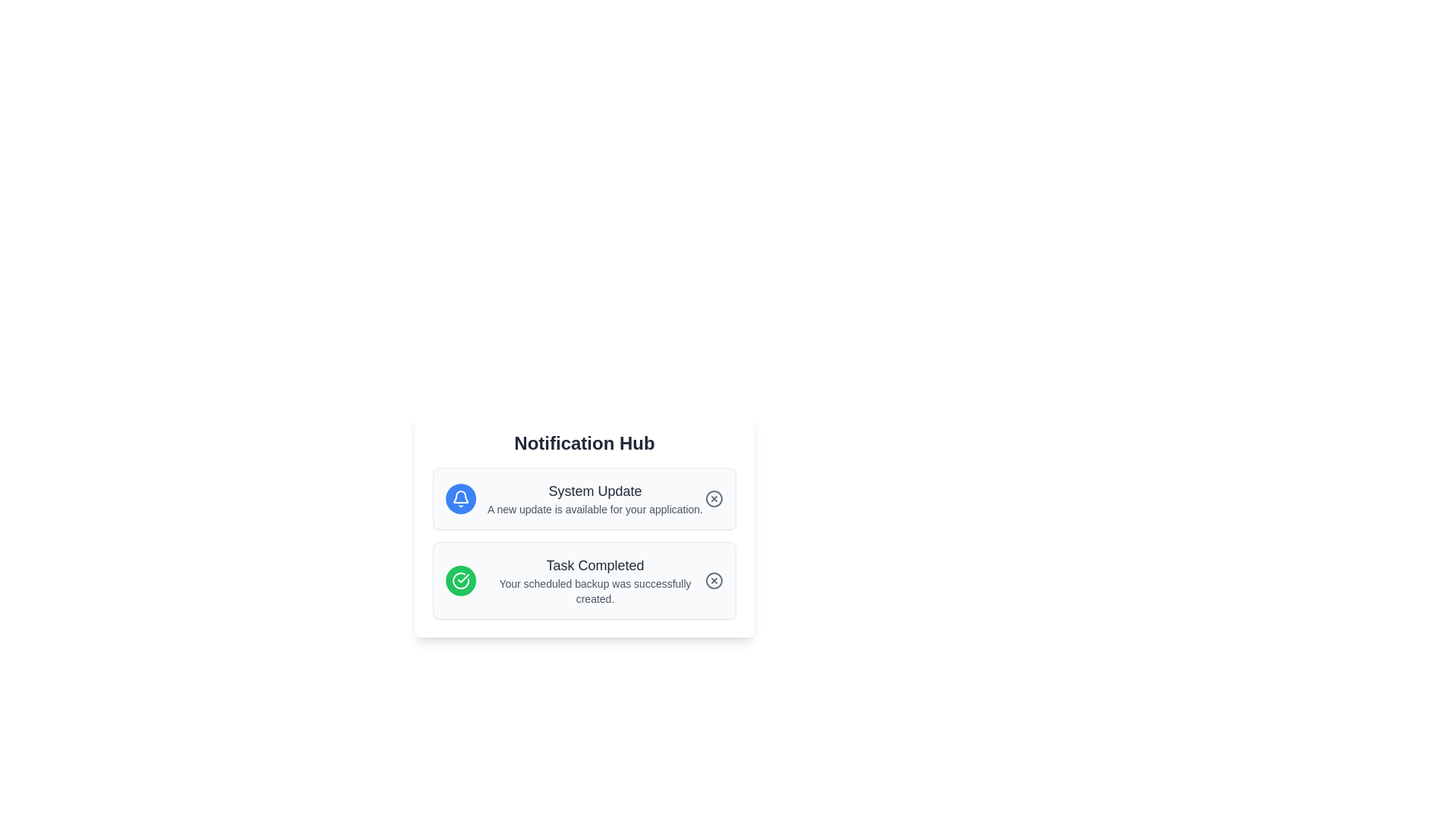  I want to click on Icon button located in the top notification card, which represents a notification related to a system update, so click(460, 499).